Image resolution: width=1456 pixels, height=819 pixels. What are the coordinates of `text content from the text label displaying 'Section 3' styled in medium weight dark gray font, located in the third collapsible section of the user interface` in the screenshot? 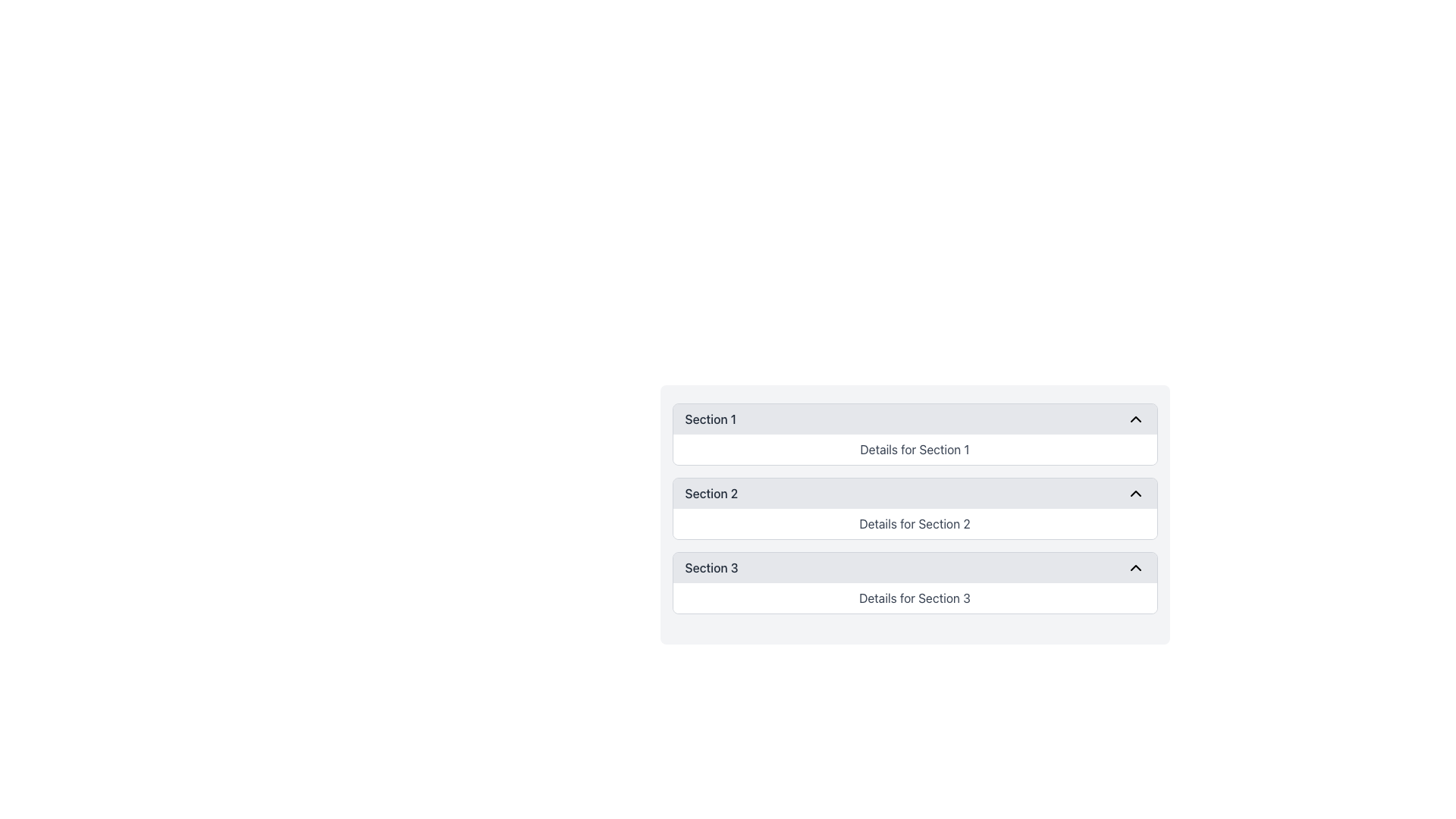 It's located at (711, 567).